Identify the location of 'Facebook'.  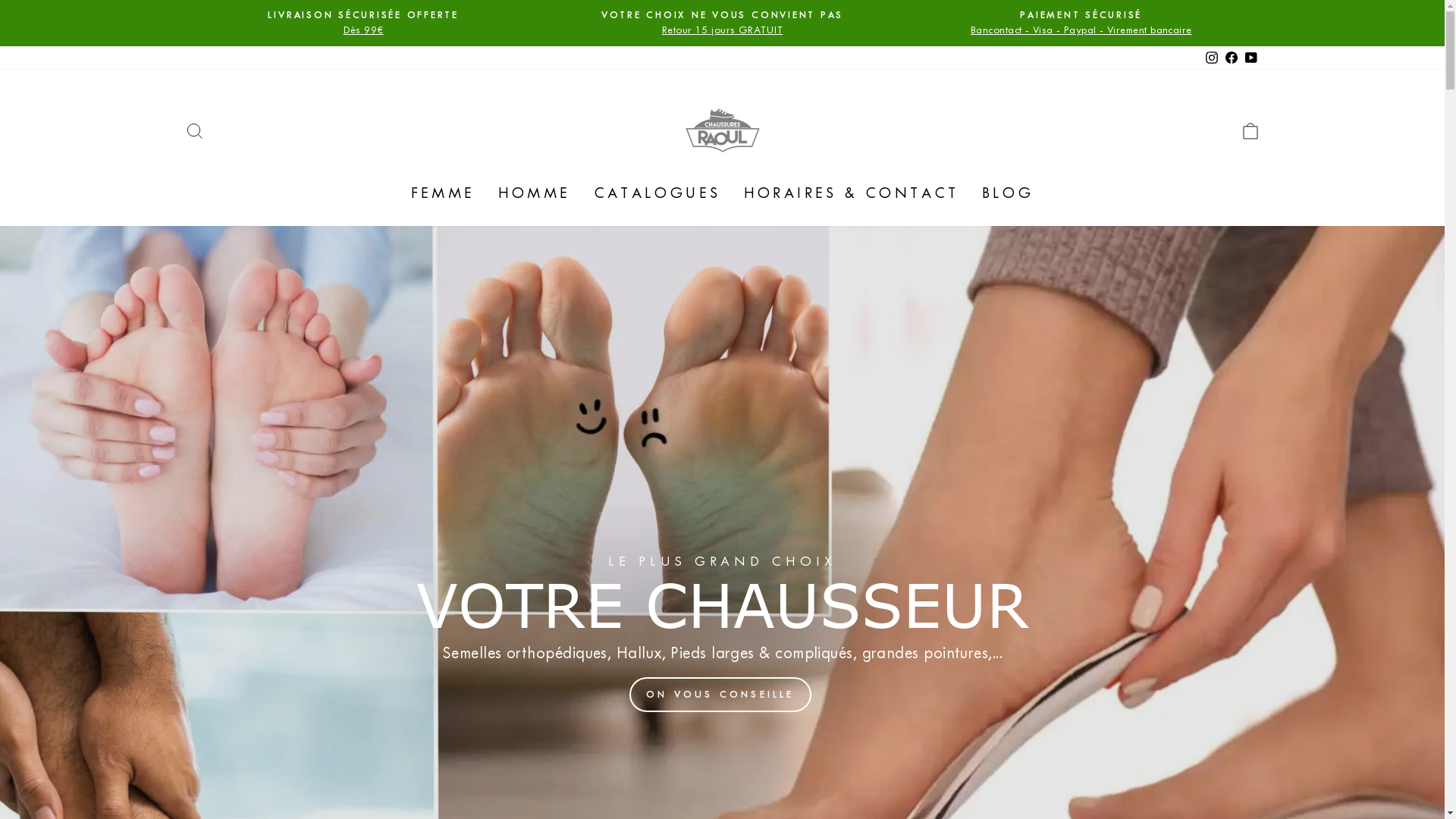
(1230, 57).